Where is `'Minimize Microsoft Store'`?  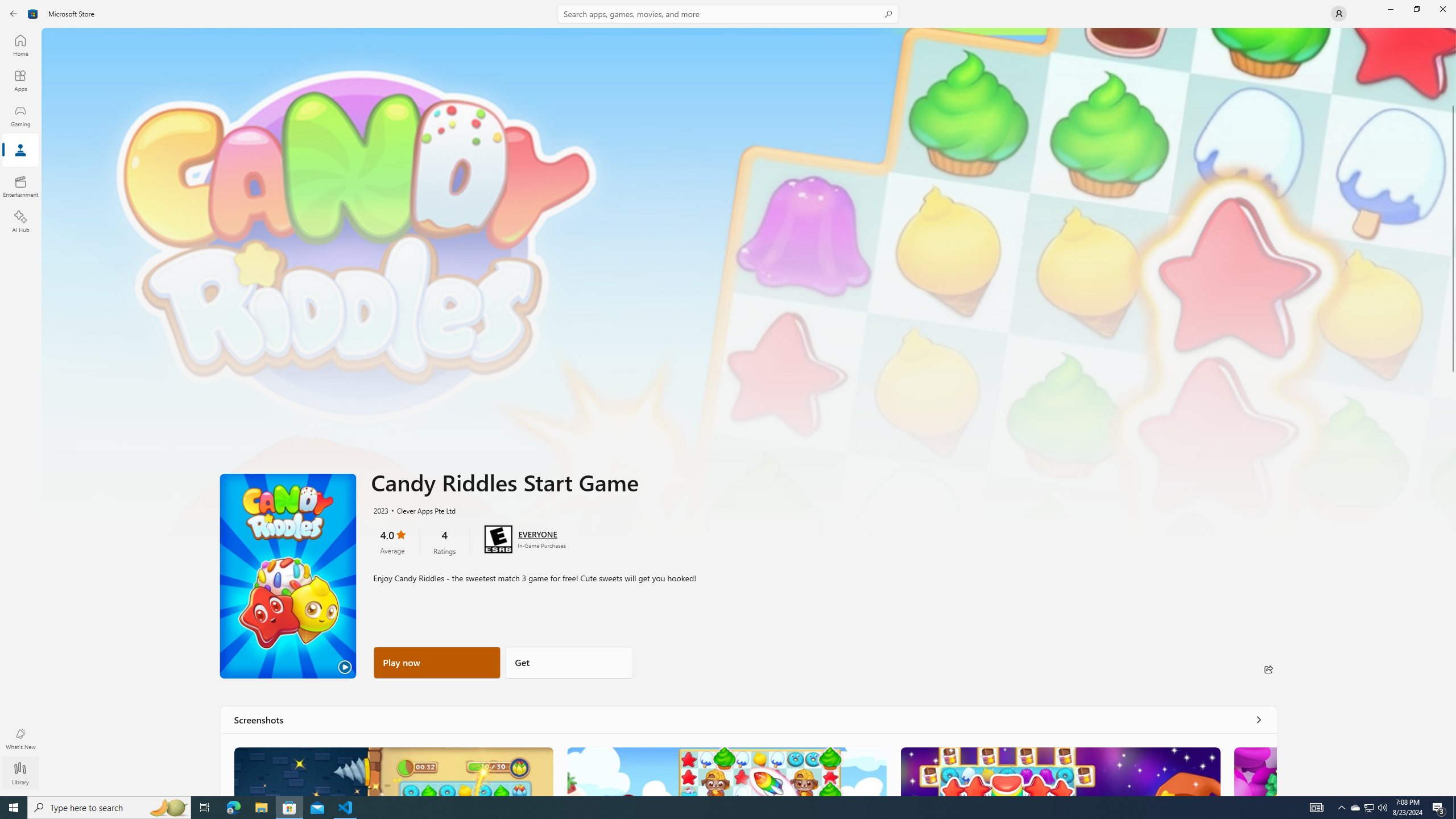 'Minimize Microsoft Store' is located at coordinates (1389, 9).